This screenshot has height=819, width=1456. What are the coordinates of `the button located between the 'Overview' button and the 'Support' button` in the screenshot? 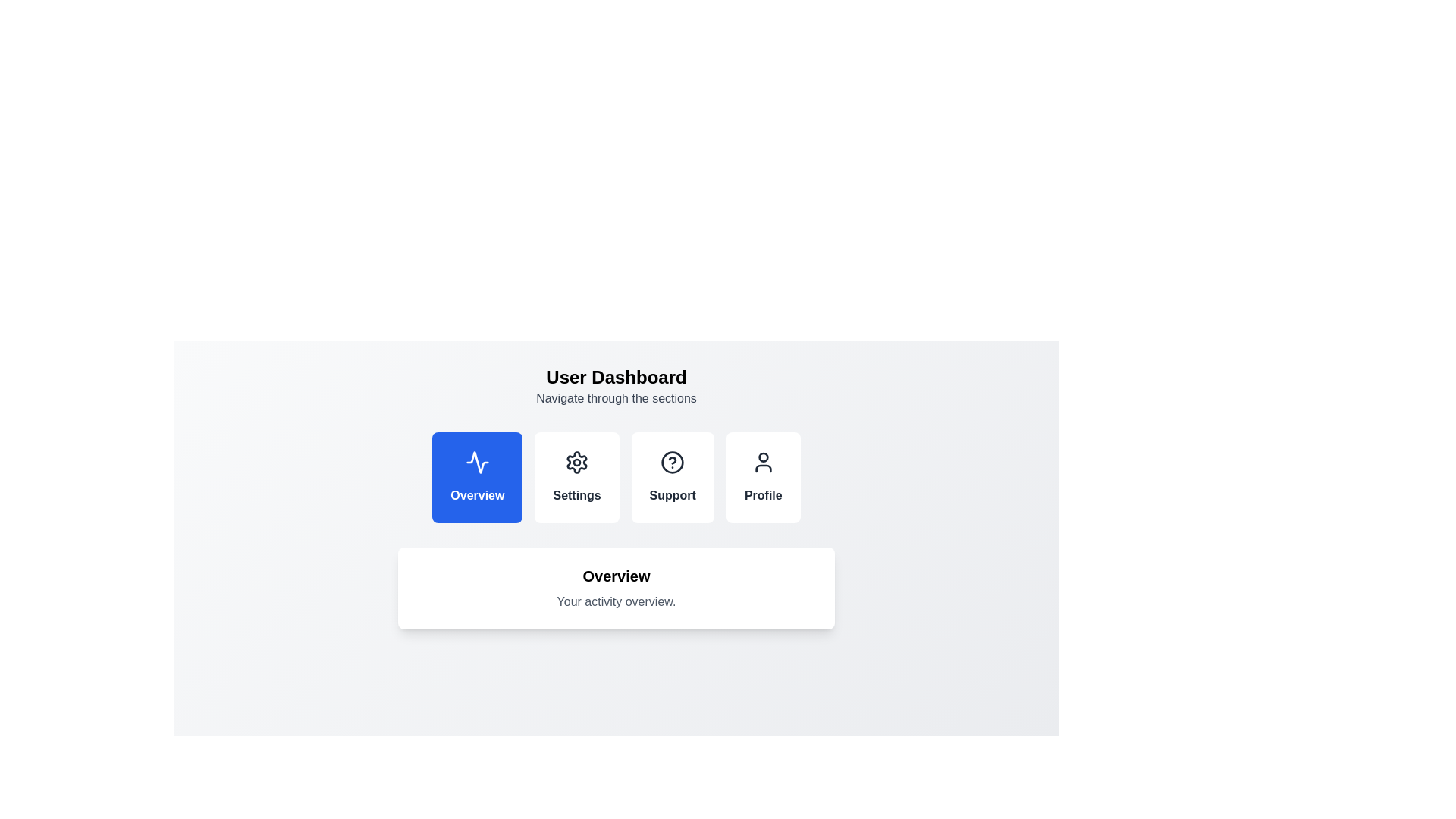 It's located at (576, 476).